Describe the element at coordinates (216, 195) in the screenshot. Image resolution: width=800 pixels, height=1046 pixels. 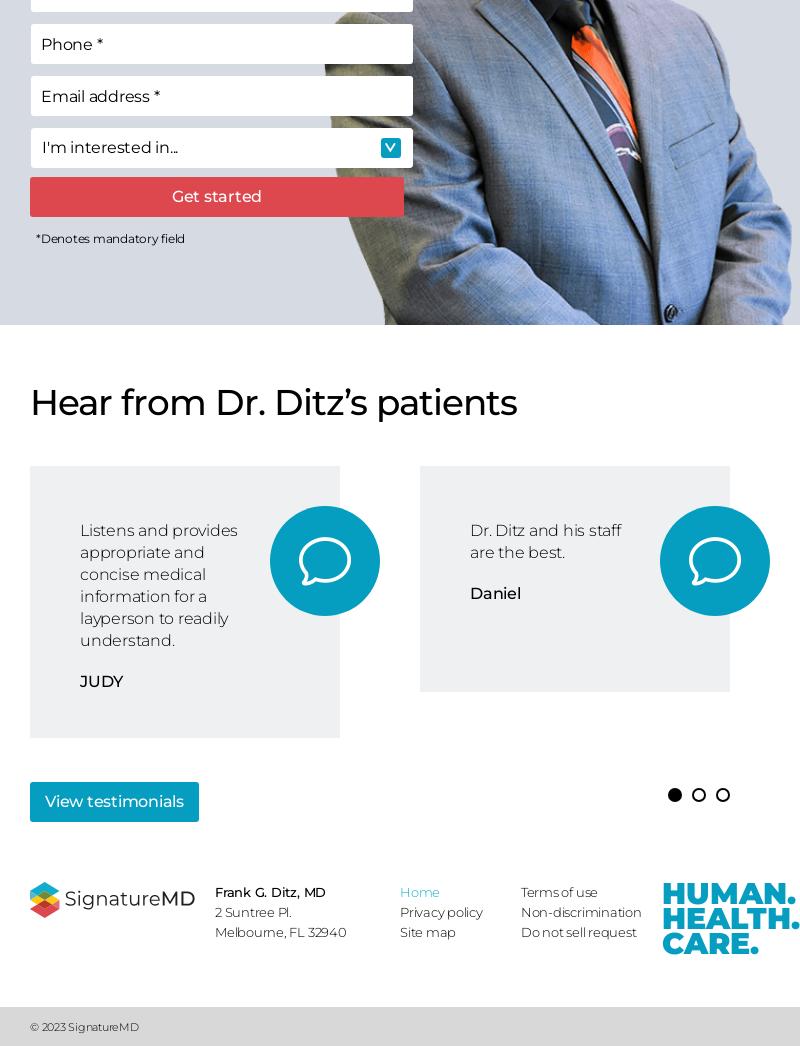
I see `'Get started'` at that location.